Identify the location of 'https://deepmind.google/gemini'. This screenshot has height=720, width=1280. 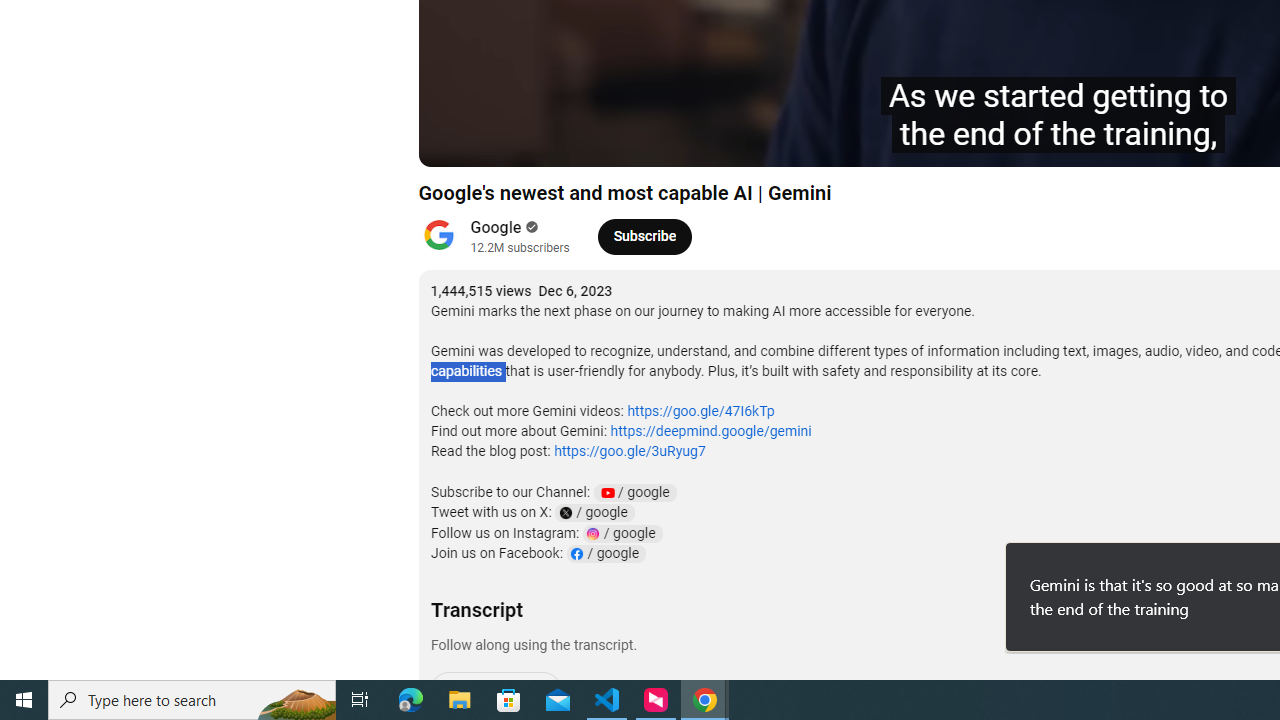
(711, 430).